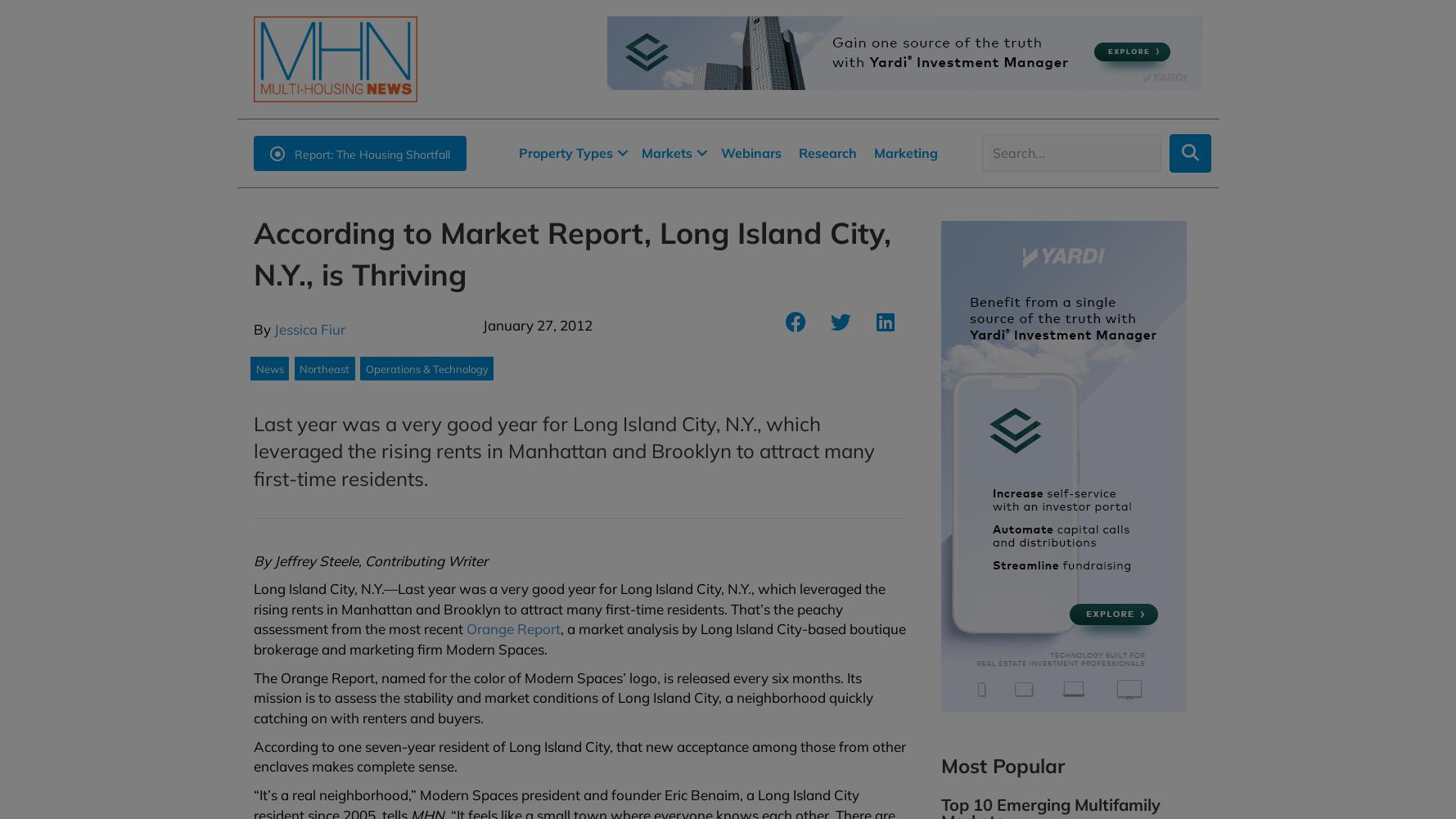  What do you see at coordinates (750, 152) in the screenshot?
I see `'Webinars'` at bounding box center [750, 152].